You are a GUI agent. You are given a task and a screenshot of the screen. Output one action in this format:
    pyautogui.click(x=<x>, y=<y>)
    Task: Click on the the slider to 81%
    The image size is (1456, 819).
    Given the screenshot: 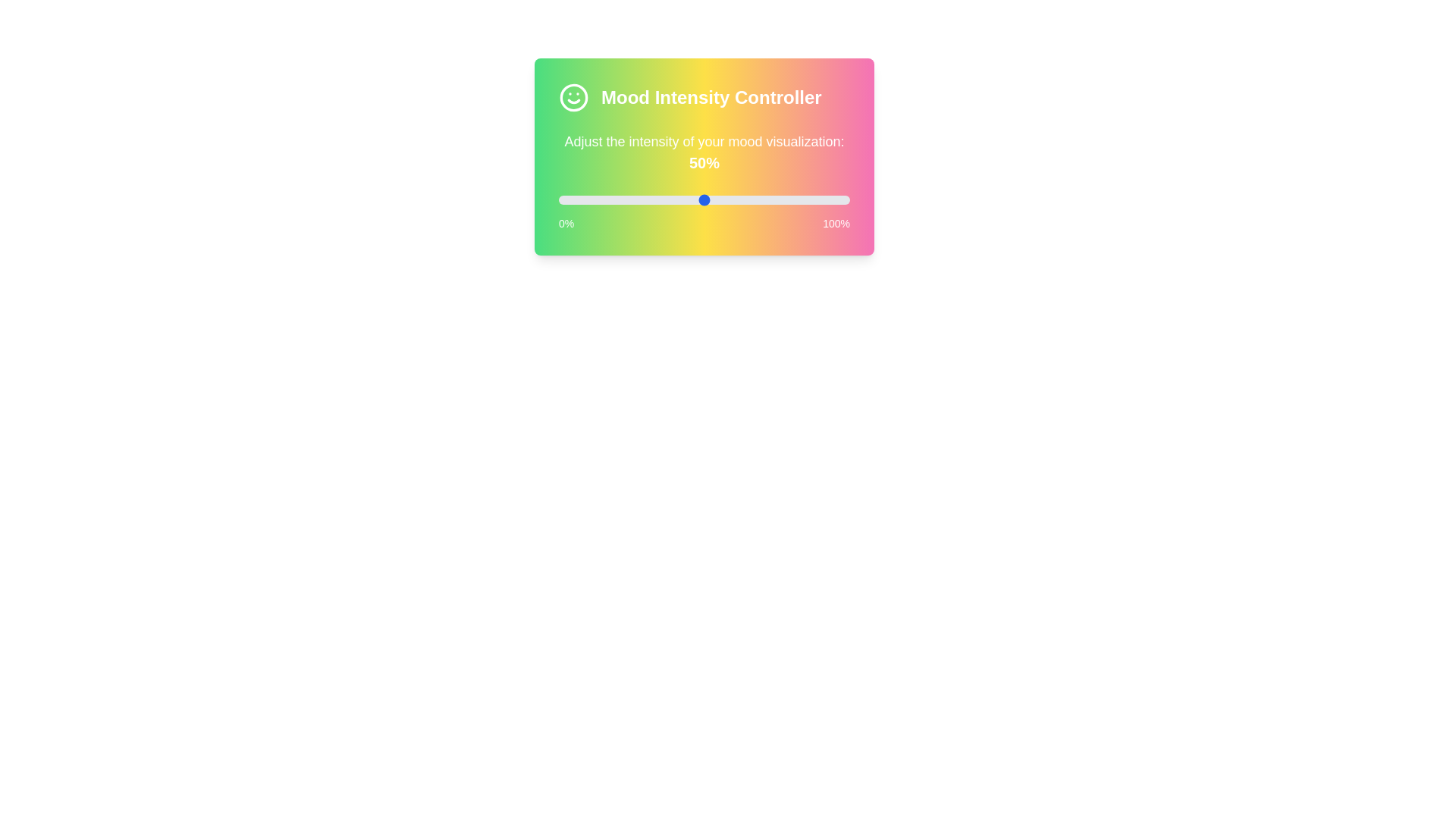 What is the action you would take?
    pyautogui.click(x=794, y=199)
    